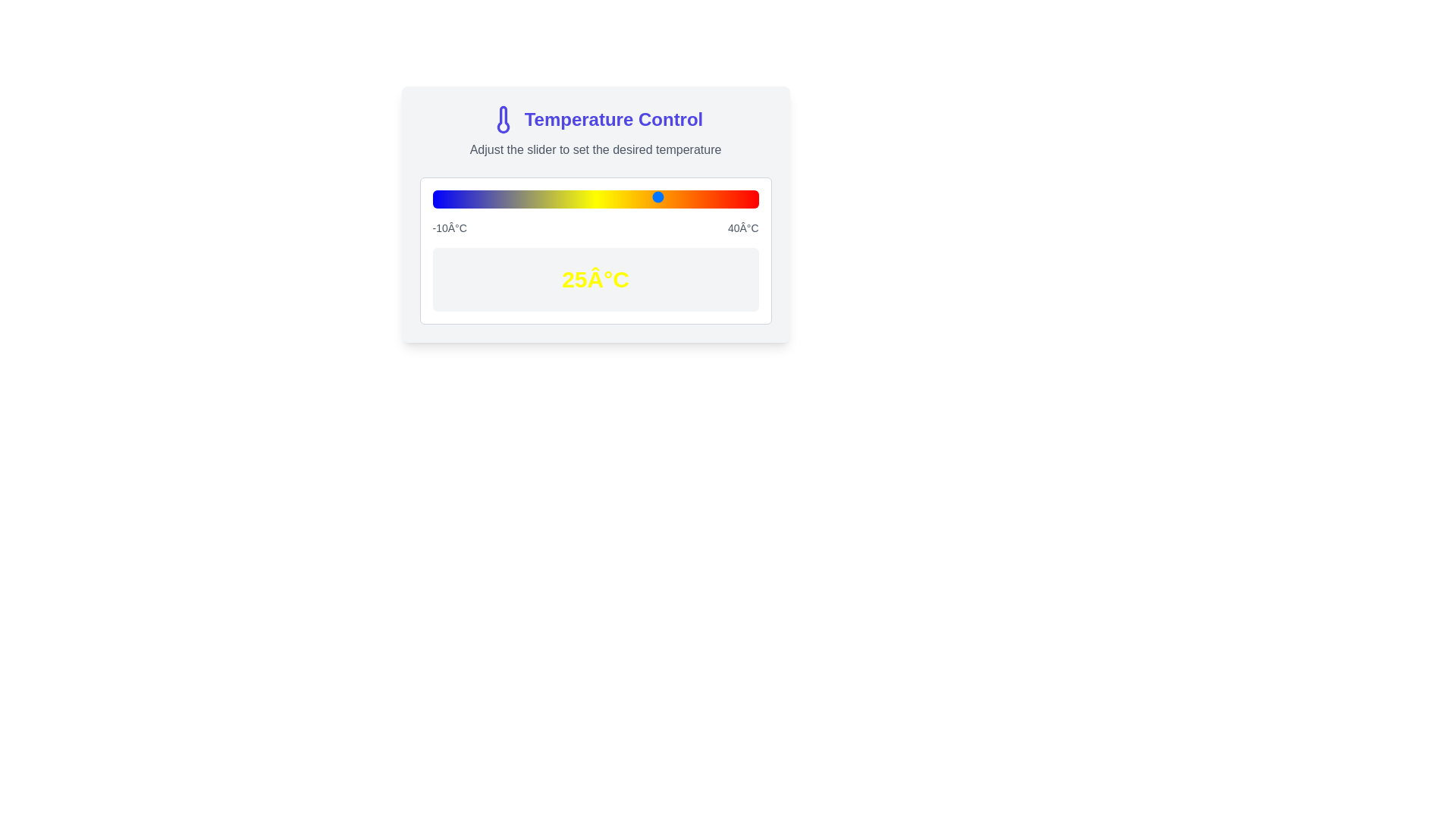  What do you see at coordinates (595, 196) in the screenshot?
I see `the slider to set the temperature to 15°C` at bounding box center [595, 196].